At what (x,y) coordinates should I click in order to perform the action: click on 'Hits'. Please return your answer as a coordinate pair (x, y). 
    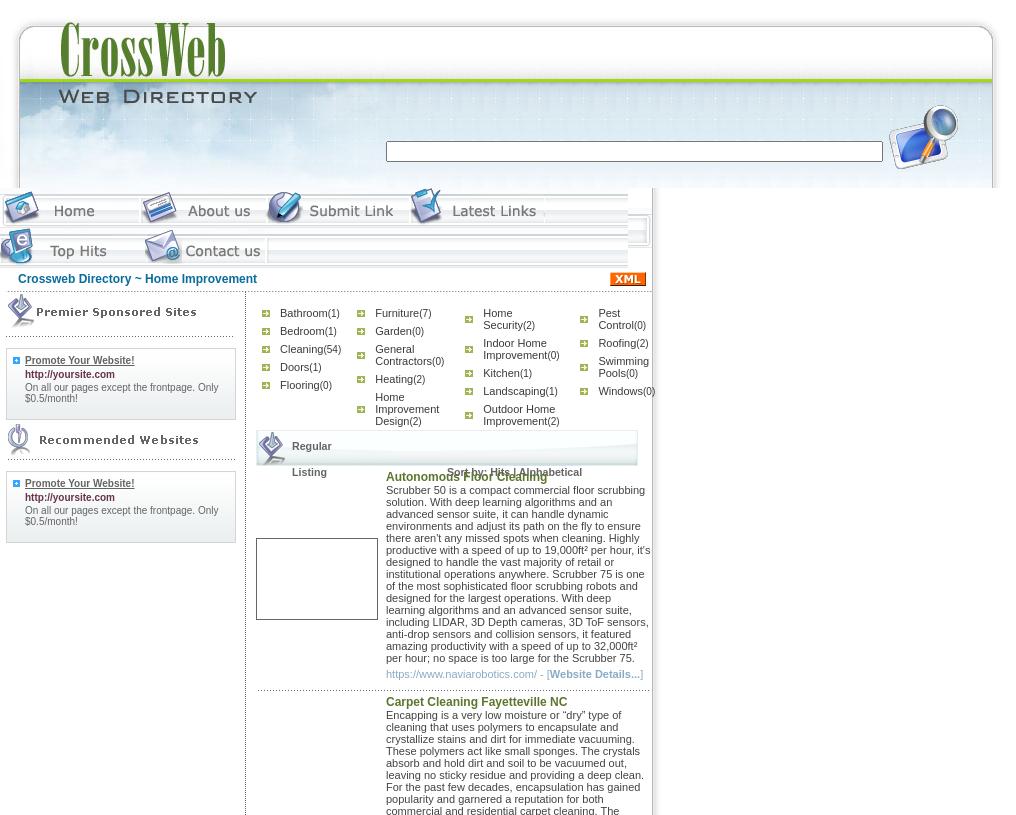
    Looking at the image, I should click on (499, 471).